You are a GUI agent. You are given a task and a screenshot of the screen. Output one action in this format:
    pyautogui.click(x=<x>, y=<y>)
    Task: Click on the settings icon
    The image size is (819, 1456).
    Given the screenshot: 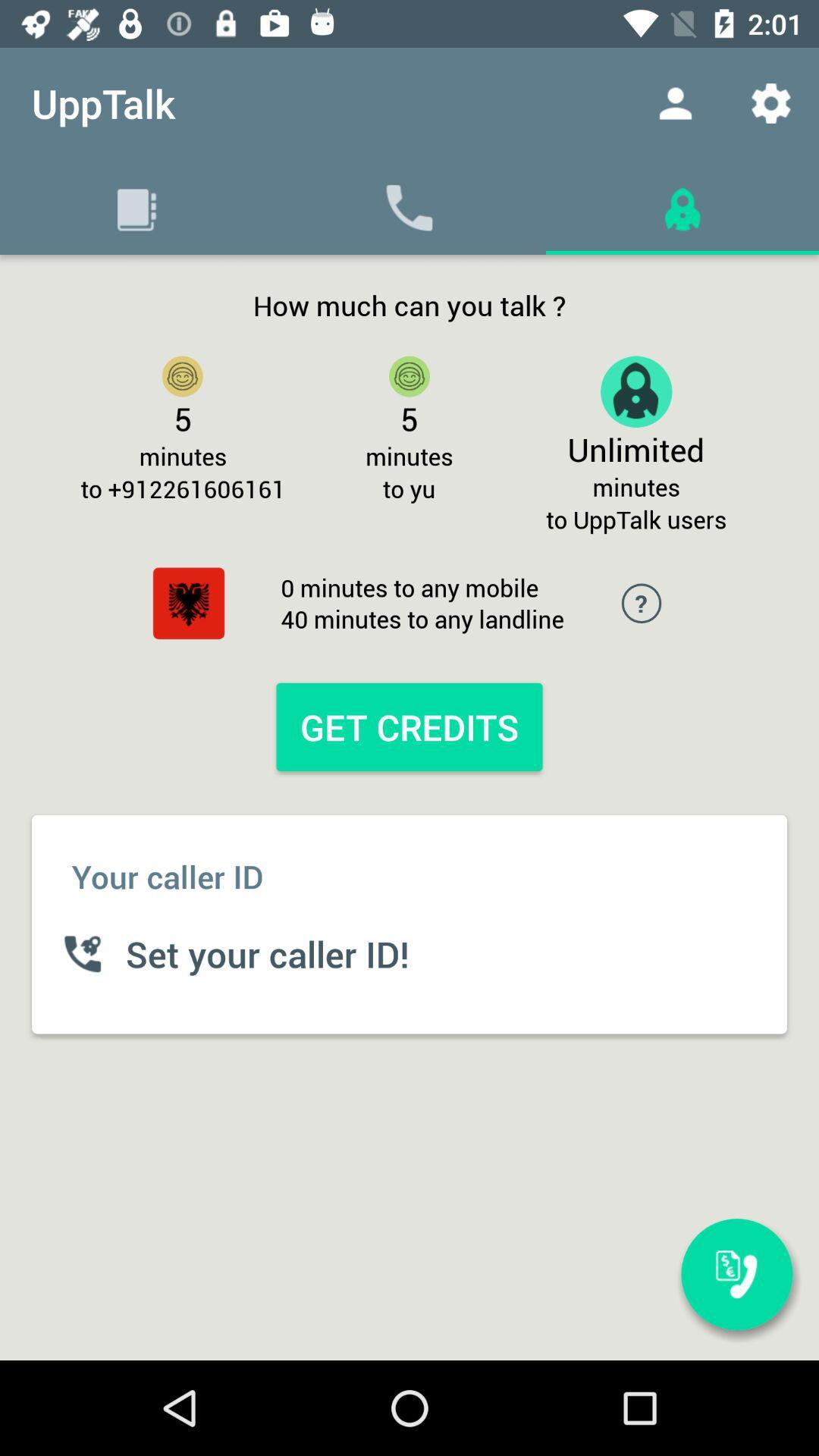 What is the action you would take?
    pyautogui.click(x=771, y=103)
    